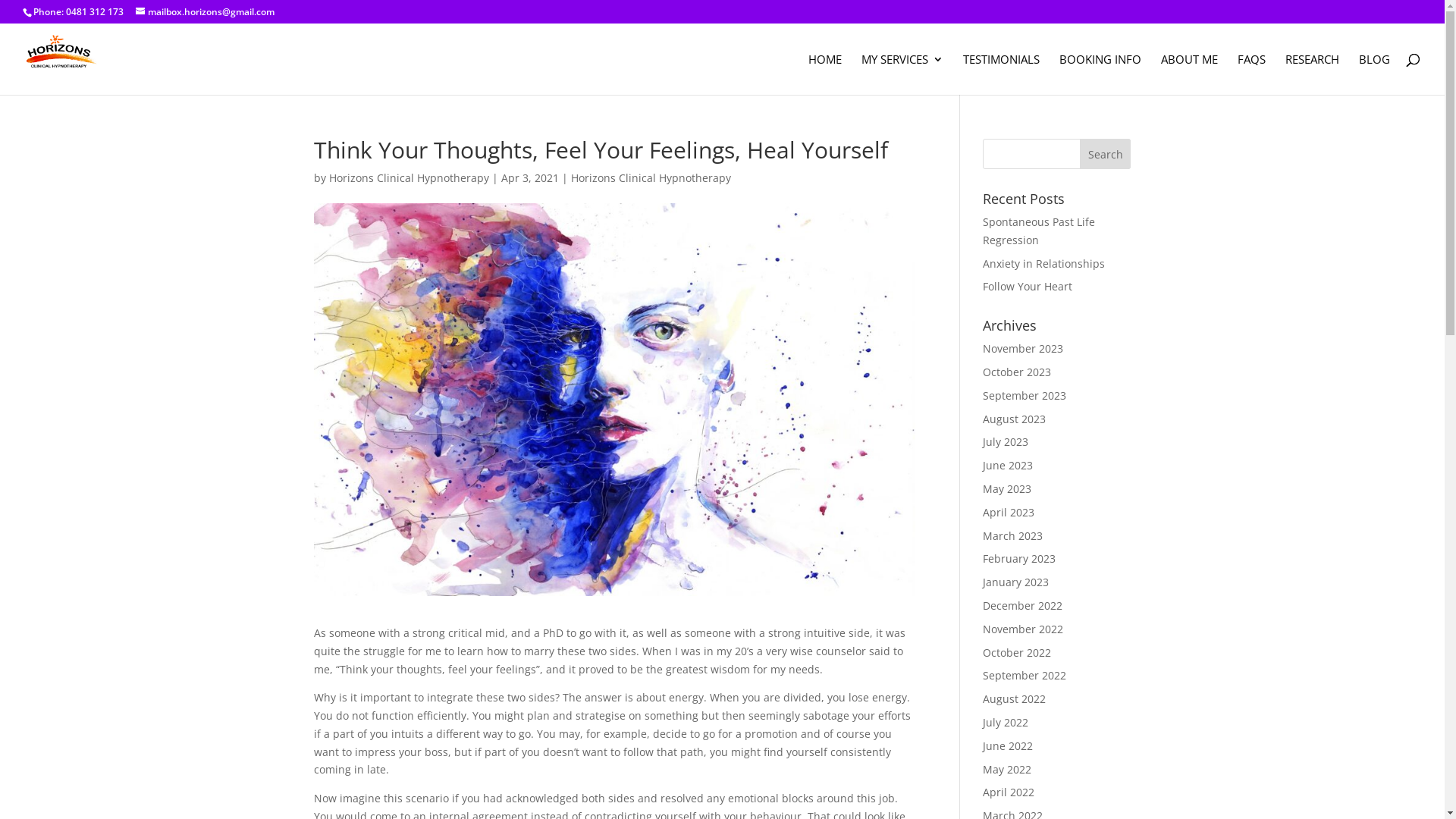 The height and width of the screenshot is (819, 1456). What do you see at coordinates (983, 441) in the screenshot?
I see `'July 2023'` at bounding box center [983, 441].